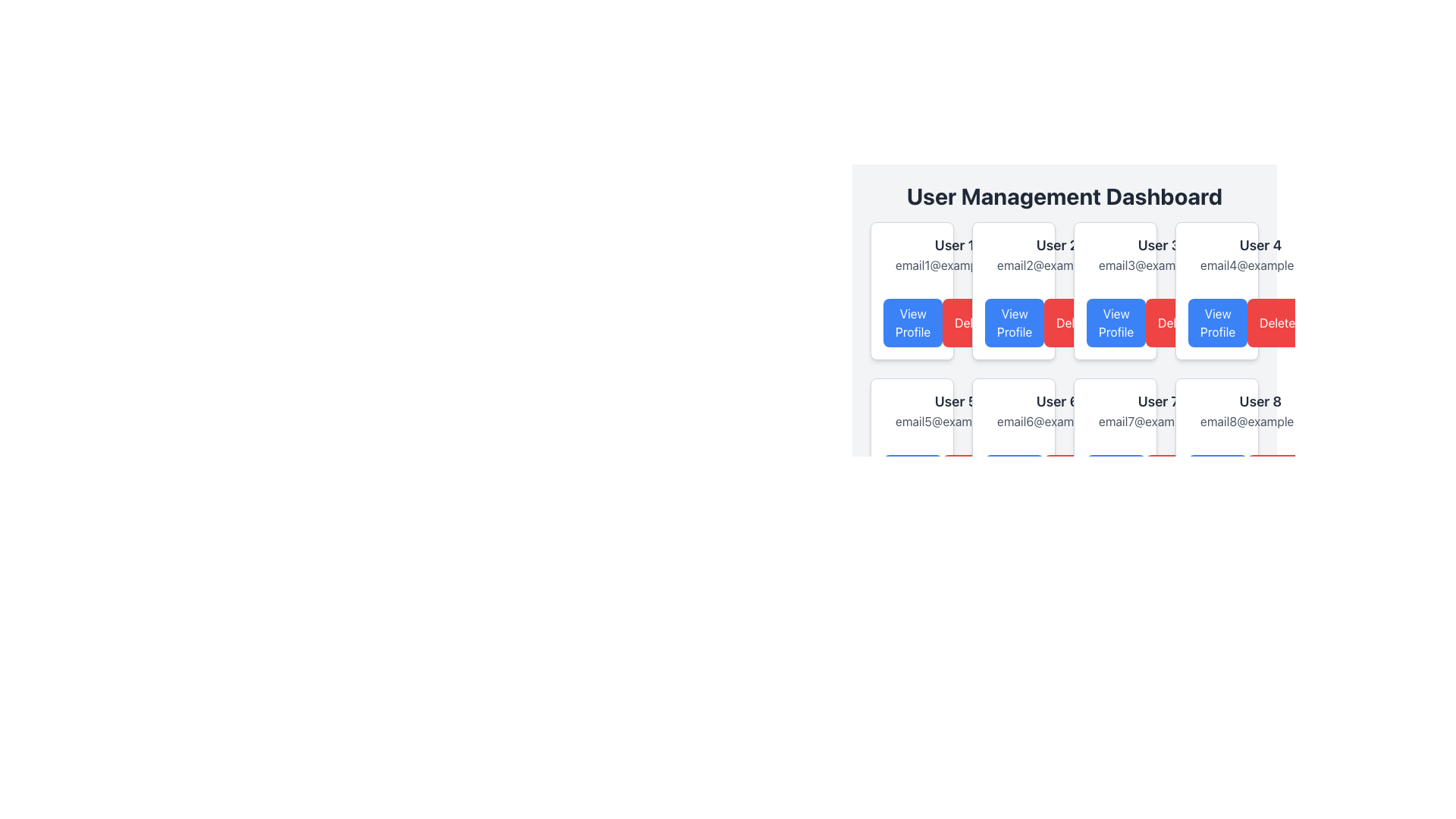 This screenshot has width=1456, height=819. Describe the element at coordinates (1015, 479) in the screenshot. I see `the leftmost action button in the lower section of a user card` at that location.